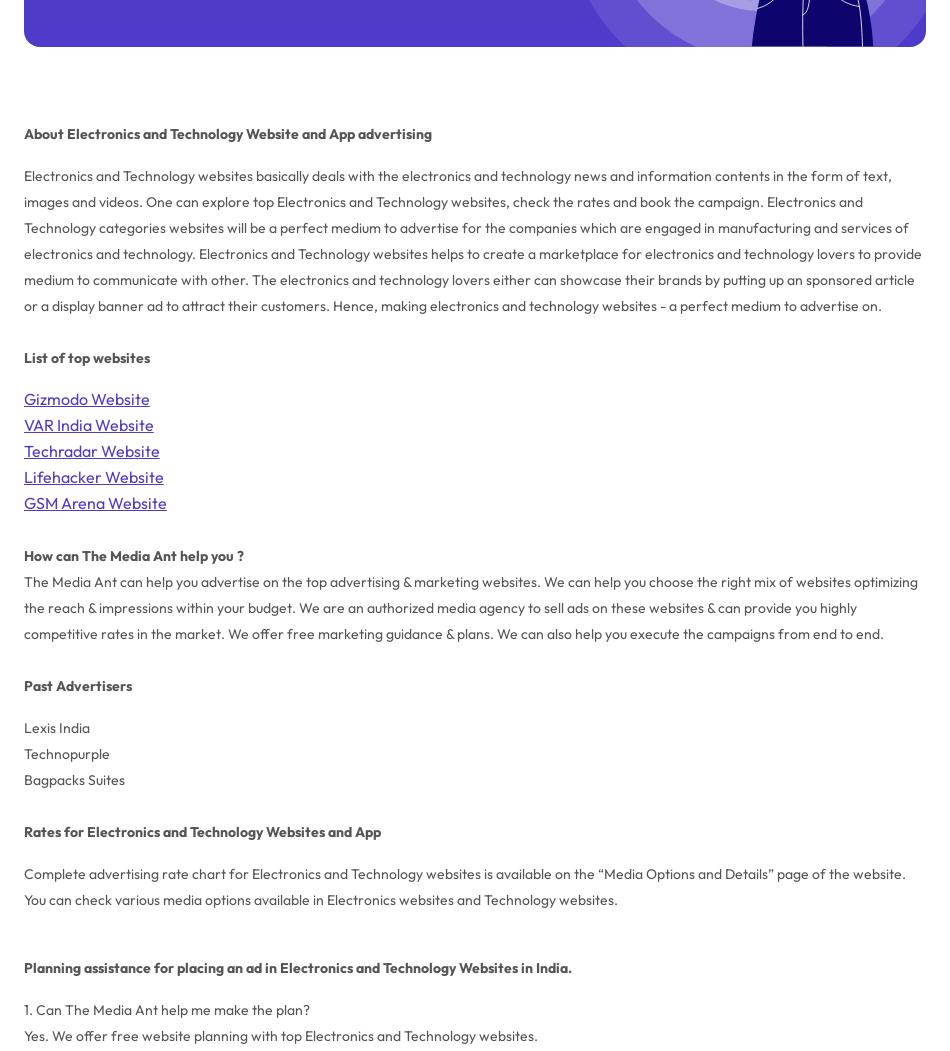 This screenshot has width=950, height=1051. What do you see at coordinates (73, 778) in the screenshot?
I see `'Bagpacks Suites'` at bounding box center [73, 778].